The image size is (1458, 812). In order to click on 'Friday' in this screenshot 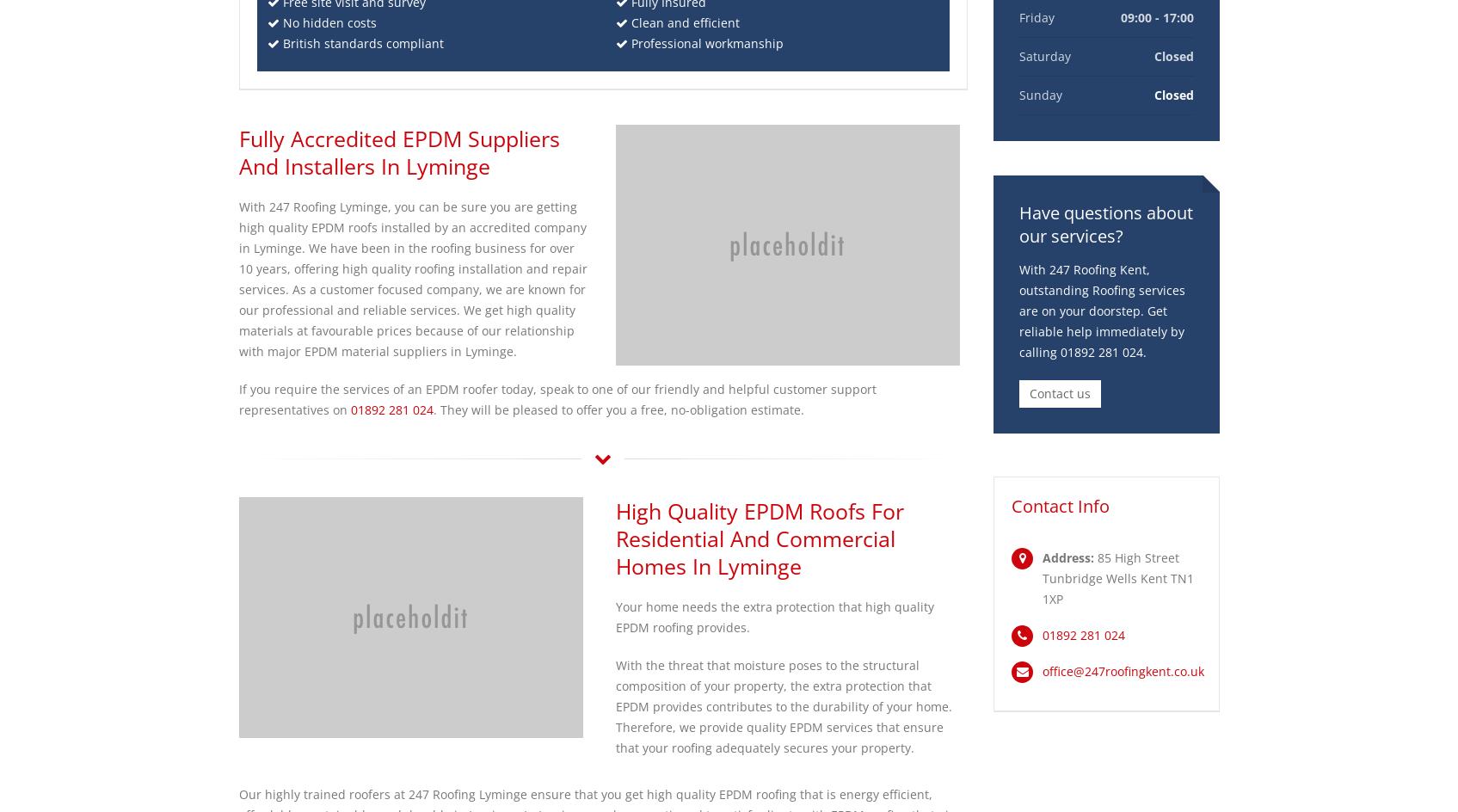, I will do `click(1037, 17)`.